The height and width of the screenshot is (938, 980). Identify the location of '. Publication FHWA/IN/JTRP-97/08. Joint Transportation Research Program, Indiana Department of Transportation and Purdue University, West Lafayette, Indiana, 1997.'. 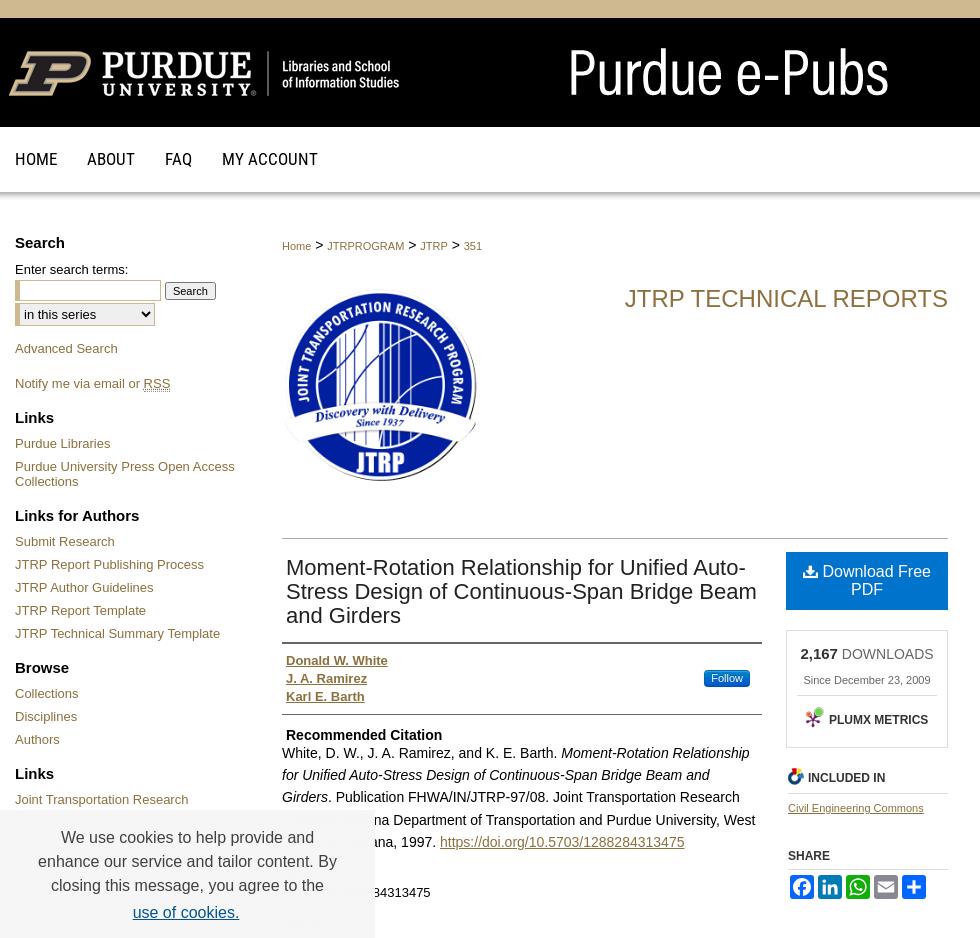
(518, 819).